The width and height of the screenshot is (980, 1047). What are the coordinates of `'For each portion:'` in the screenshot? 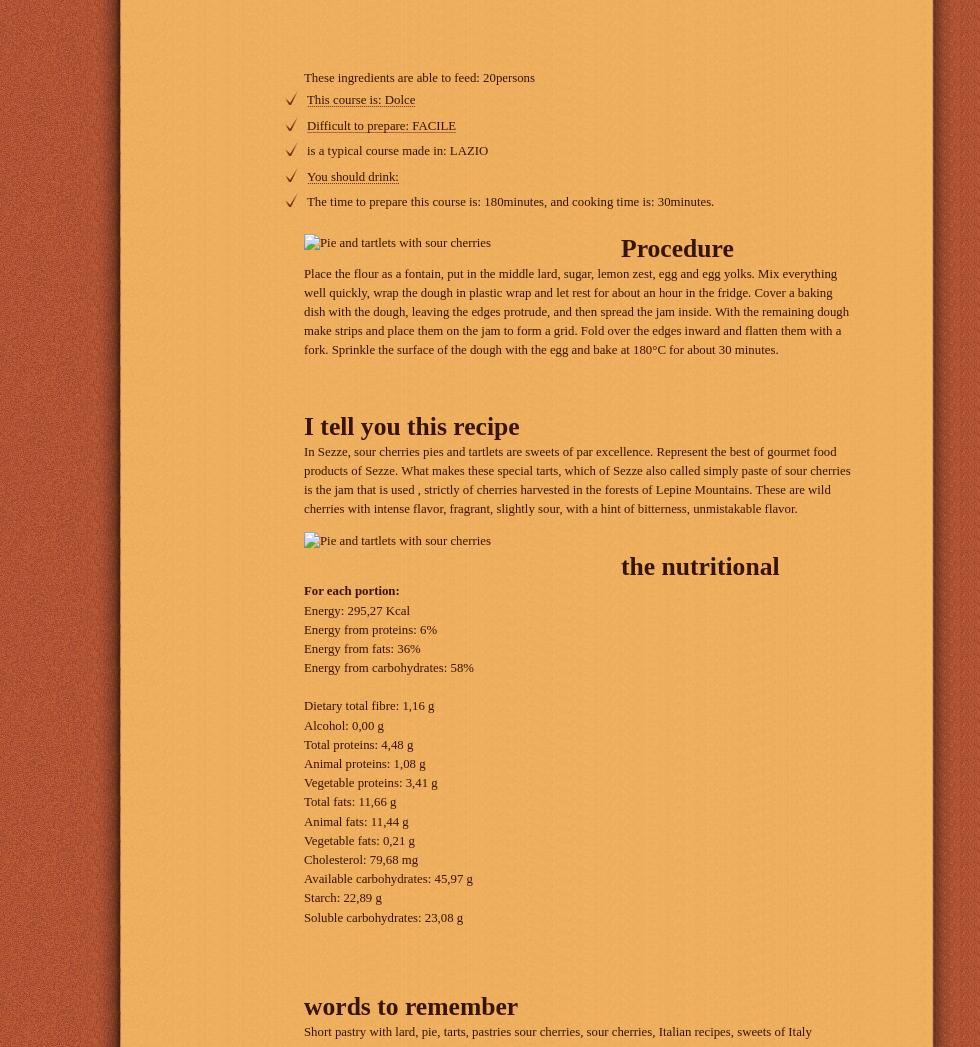 It's located at (351, 590).